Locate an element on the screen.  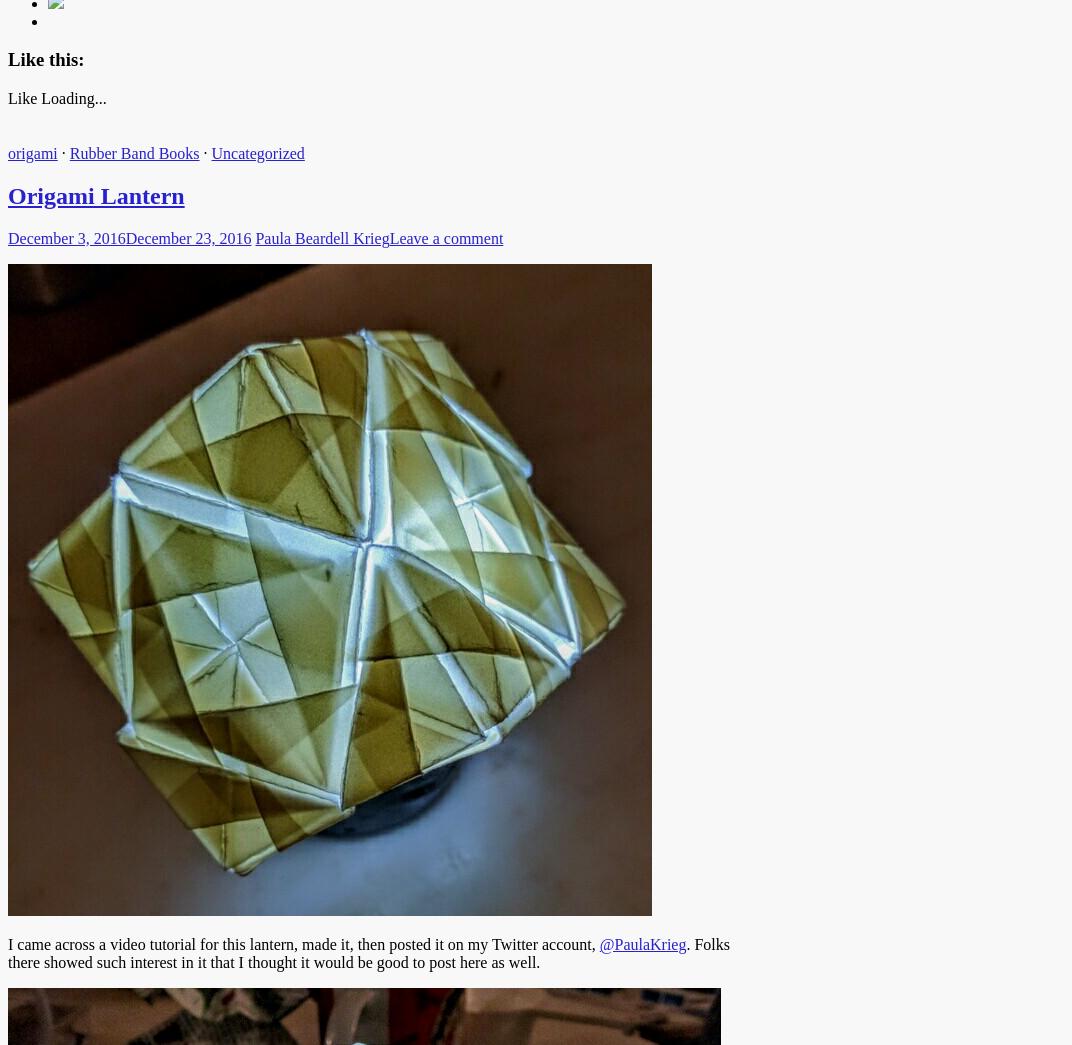
'. Folks there showed such interest in it that I thought it would be good to post here as well.' is located at coordinates (368, 951).